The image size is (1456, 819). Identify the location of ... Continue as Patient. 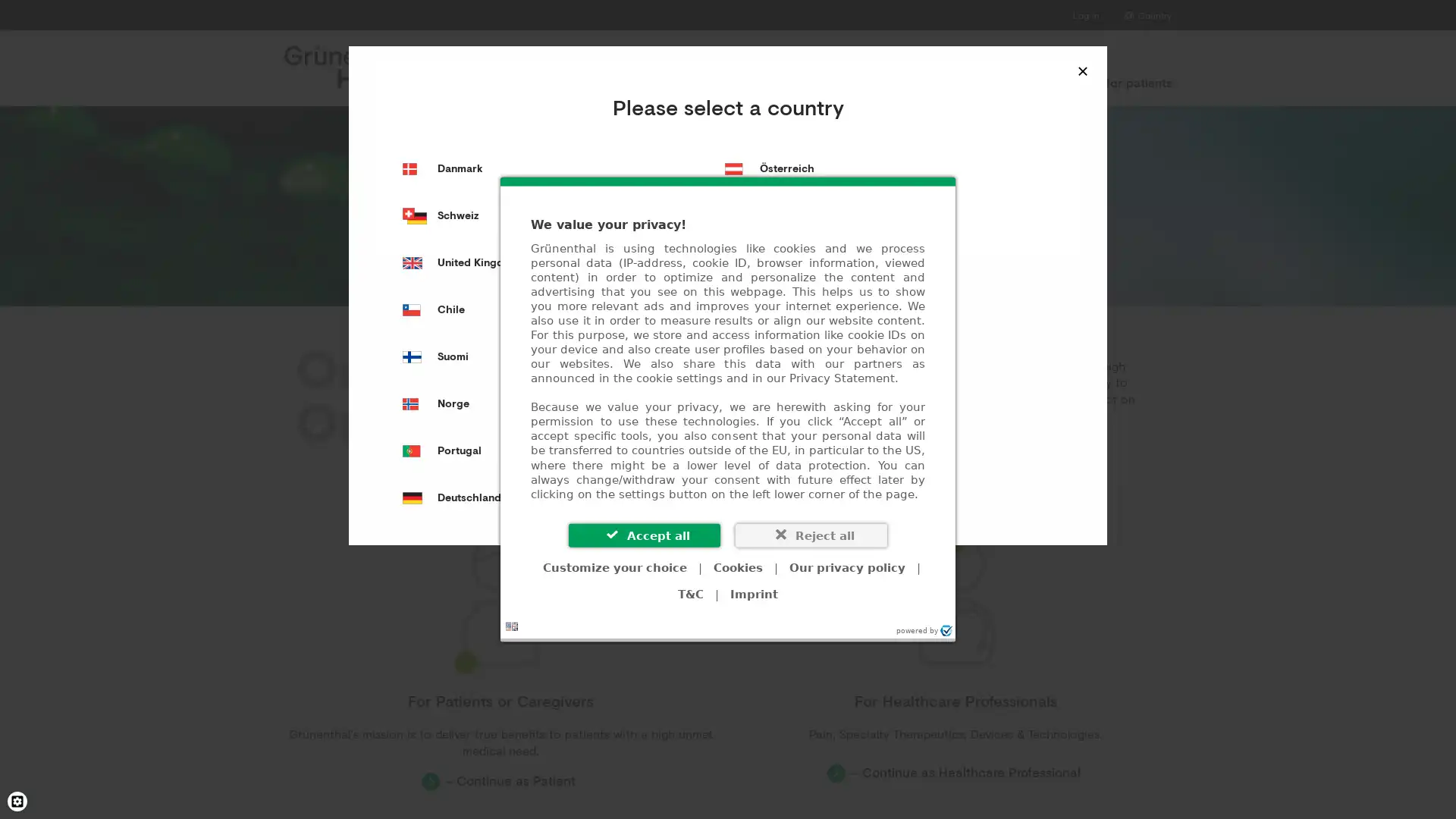
(500, 780).